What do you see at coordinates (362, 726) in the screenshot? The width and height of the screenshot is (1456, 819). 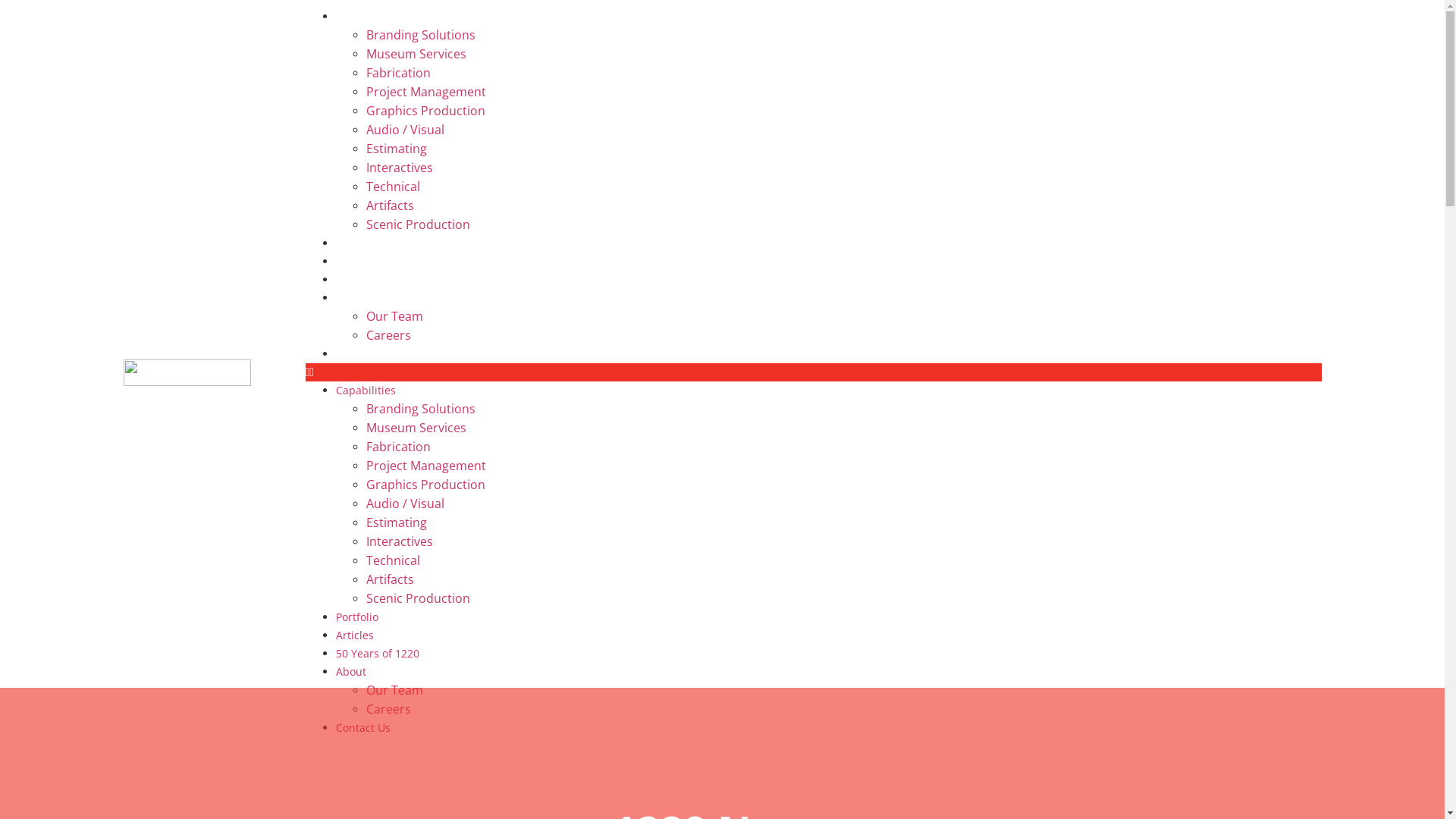 I see `'Contact Us'` at bounding box center [362, 726].